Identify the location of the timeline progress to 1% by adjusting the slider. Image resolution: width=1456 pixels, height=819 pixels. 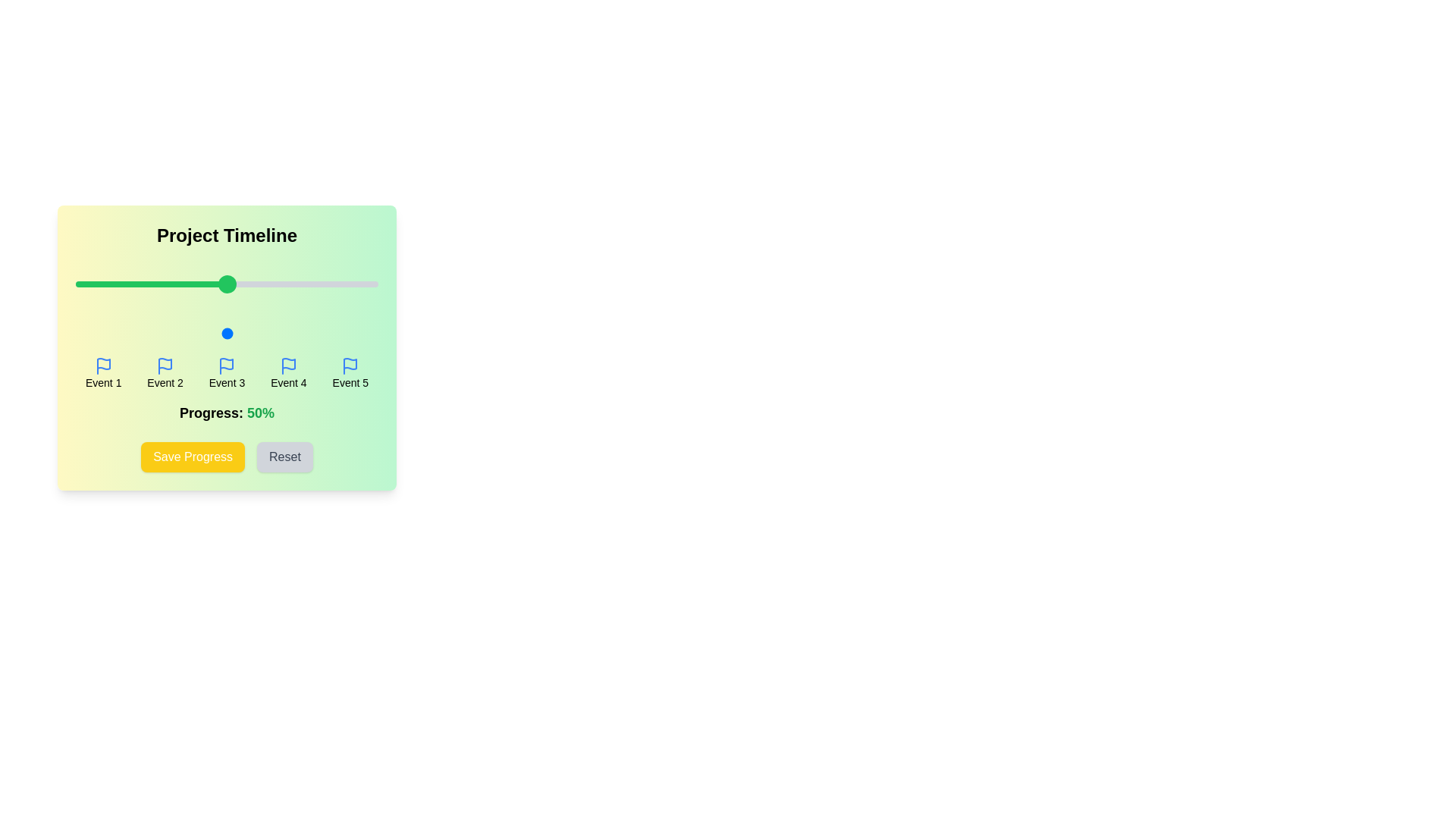
(78, 332).